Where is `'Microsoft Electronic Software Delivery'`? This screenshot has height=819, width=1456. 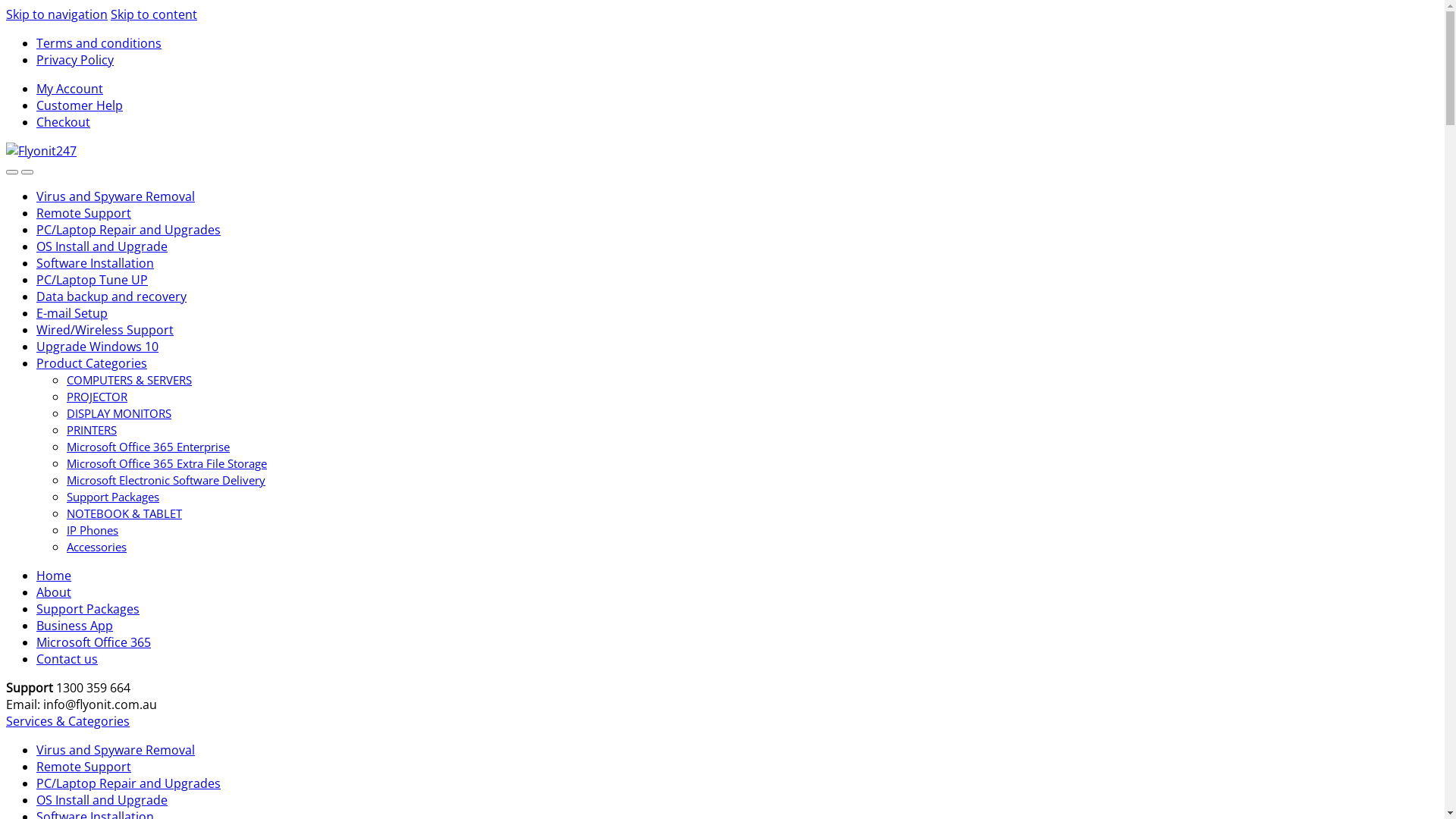
'Microsoft Electronic Software Delivery' is located at coordinates (166, 479).